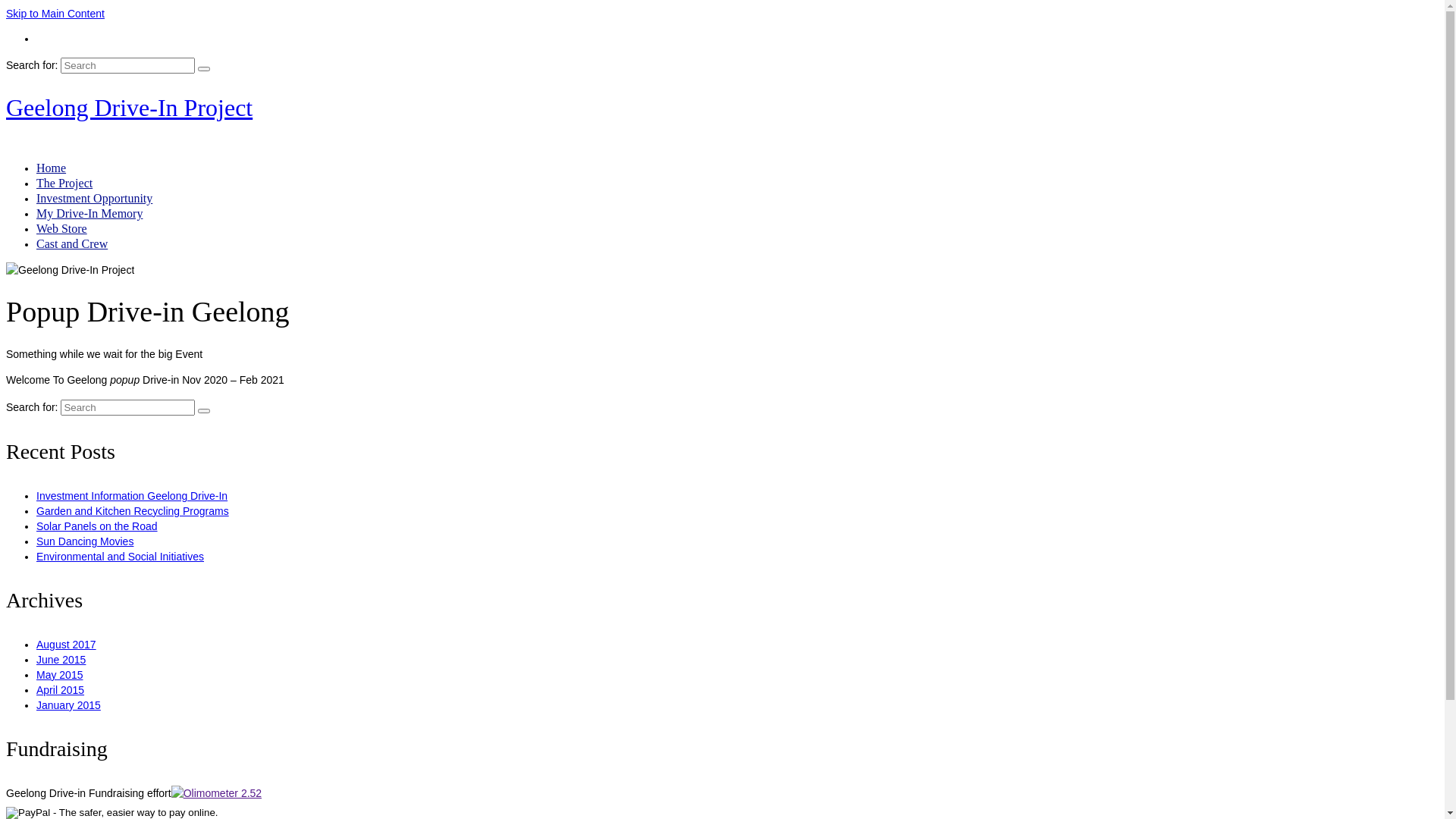 The image size is (1456, 819). I want to click on 'Investment Information Geelong Drive-In', so click(131, 496).